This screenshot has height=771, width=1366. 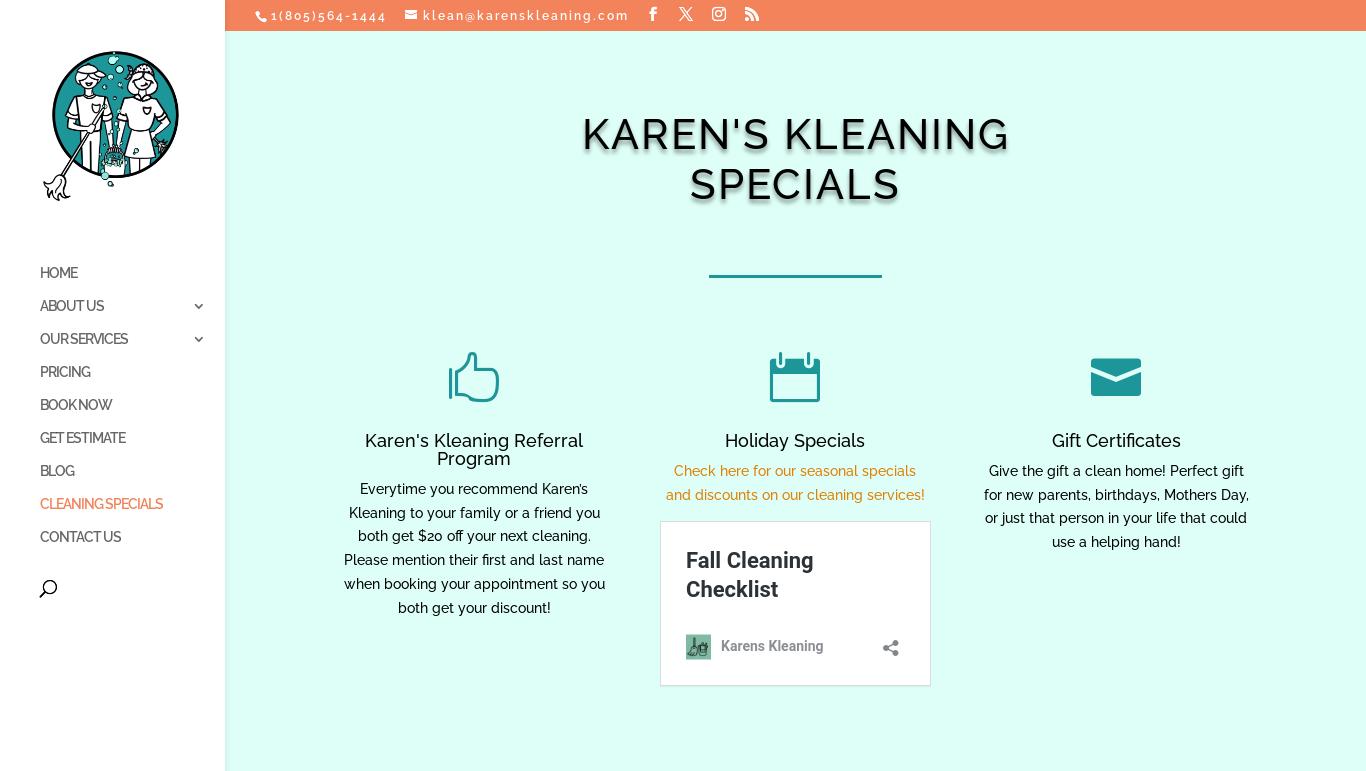 I want to click on 'BOOK NOW', so click(x=40, y=403).